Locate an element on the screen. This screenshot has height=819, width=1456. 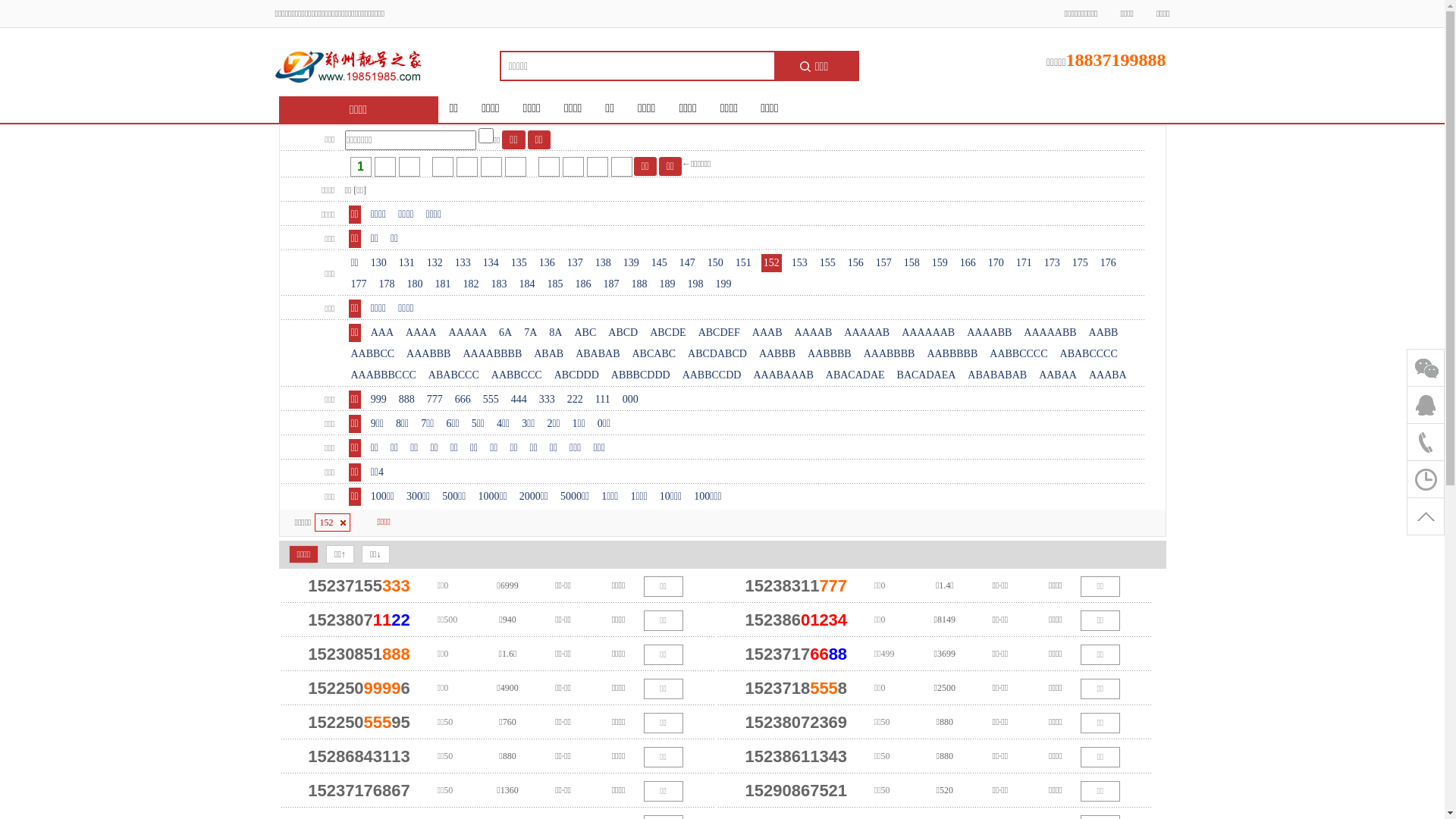
'151' is located at coordinates (743, 262).